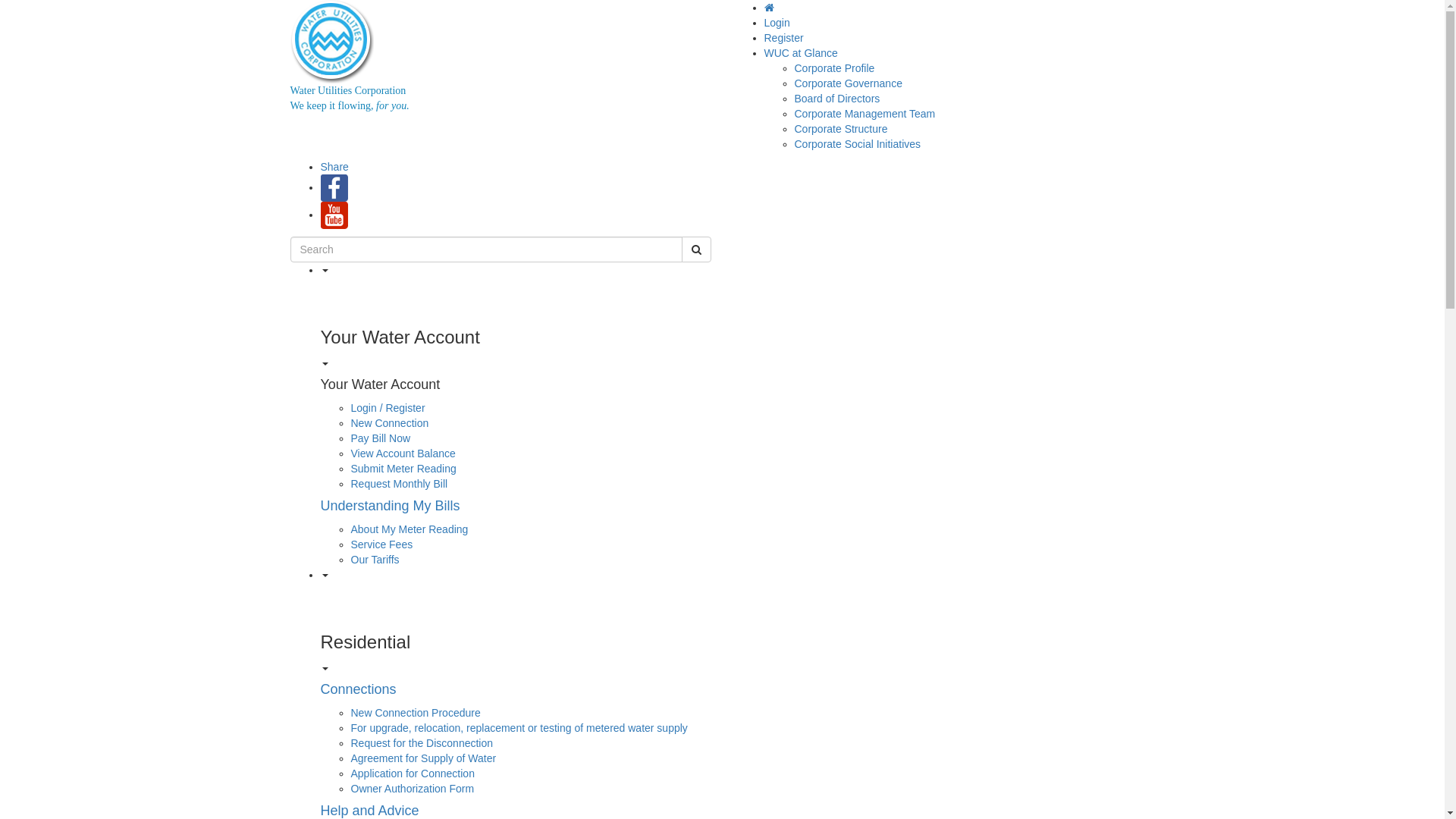 This screenshot has height=819, width=1456. What do you see at coordinates (387, 406) in the screenshot?
I see `'Login / Register'` at bounding box center [387, 406].